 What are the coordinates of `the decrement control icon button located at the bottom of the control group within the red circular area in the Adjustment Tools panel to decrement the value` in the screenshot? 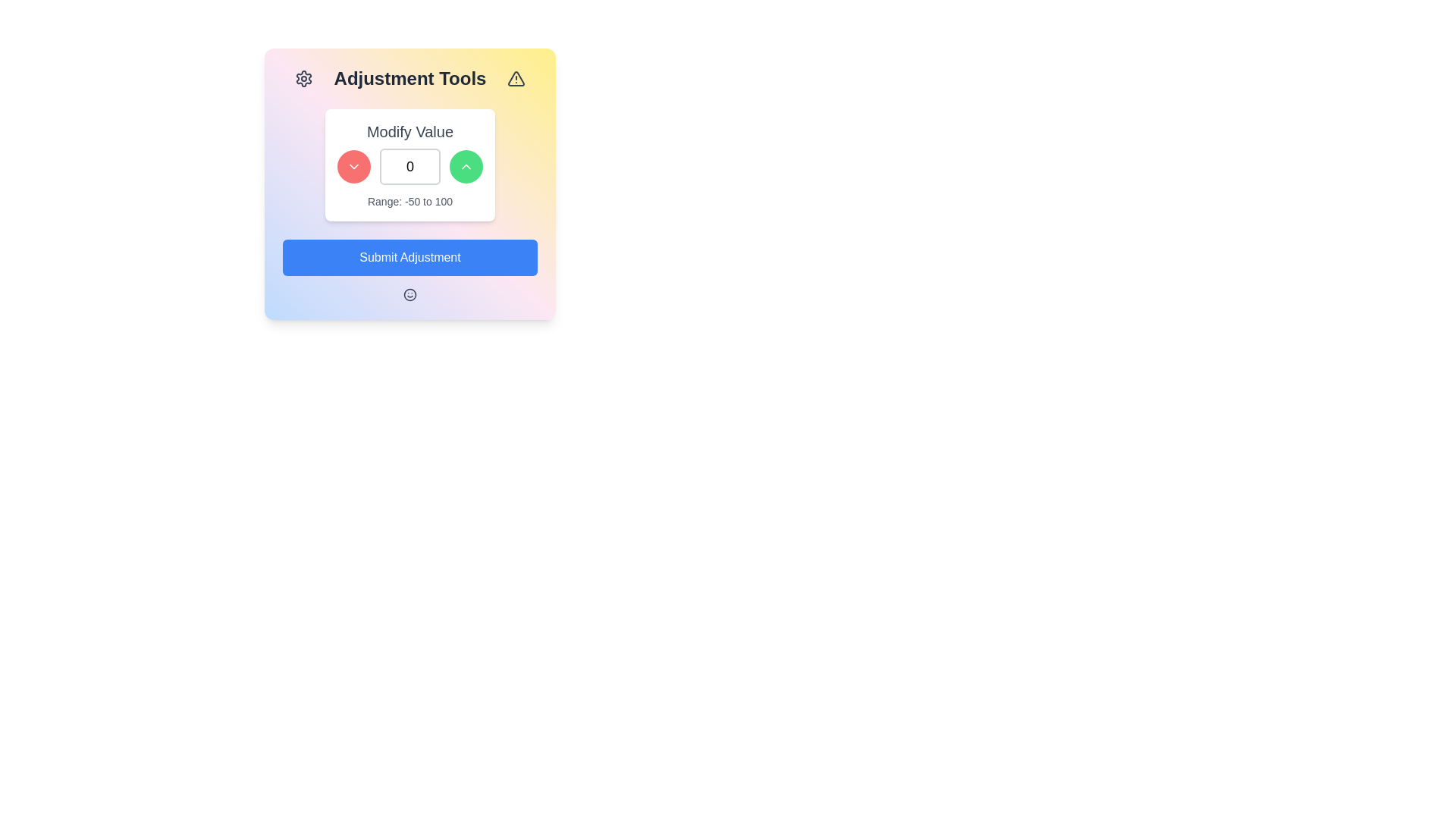 It's located at (353, 166).